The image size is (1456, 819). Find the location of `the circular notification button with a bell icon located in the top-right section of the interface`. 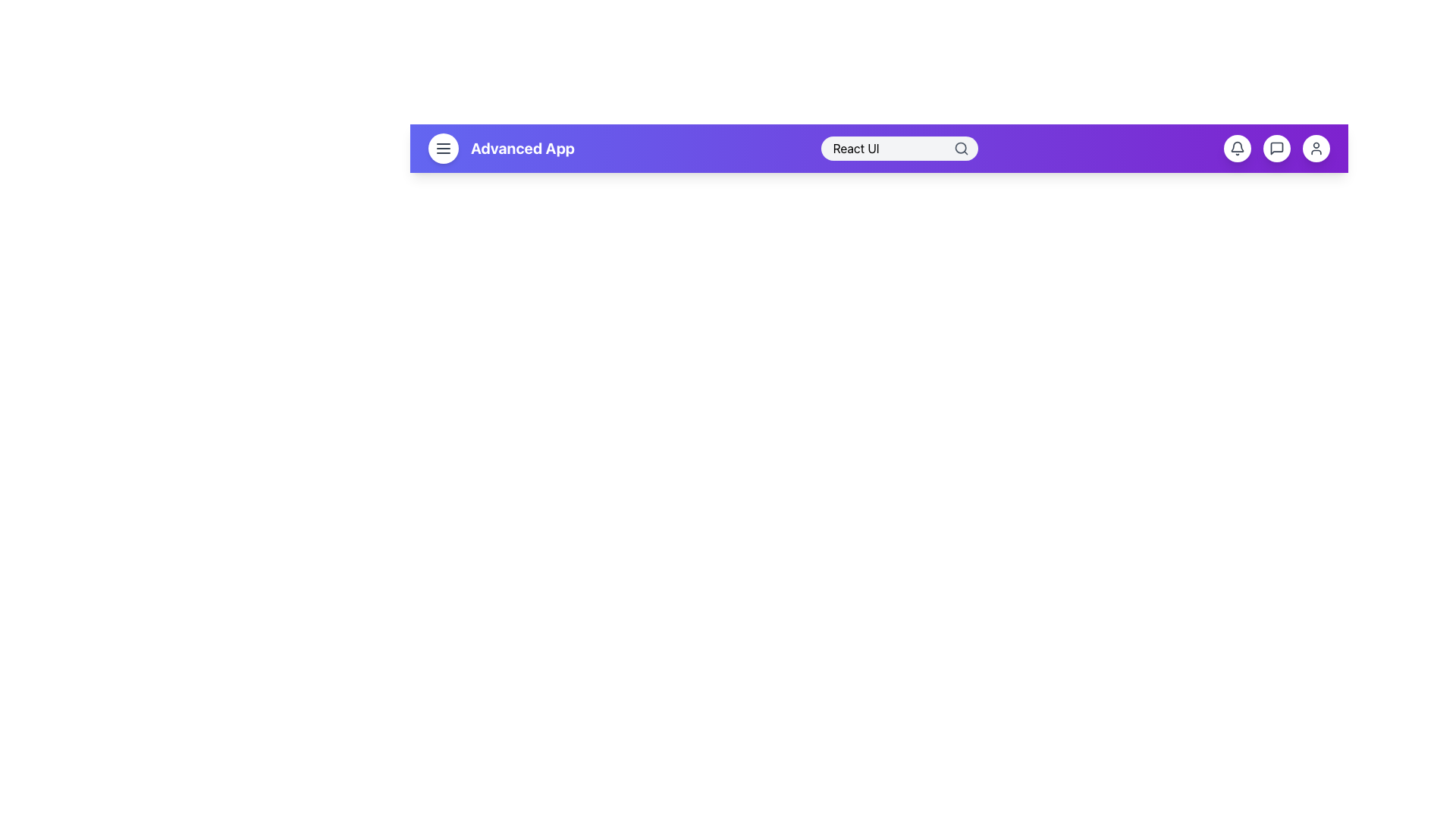

the circular notification button with a bell icon located in the top-right section of the interface is located at coordinates (1238, 149).